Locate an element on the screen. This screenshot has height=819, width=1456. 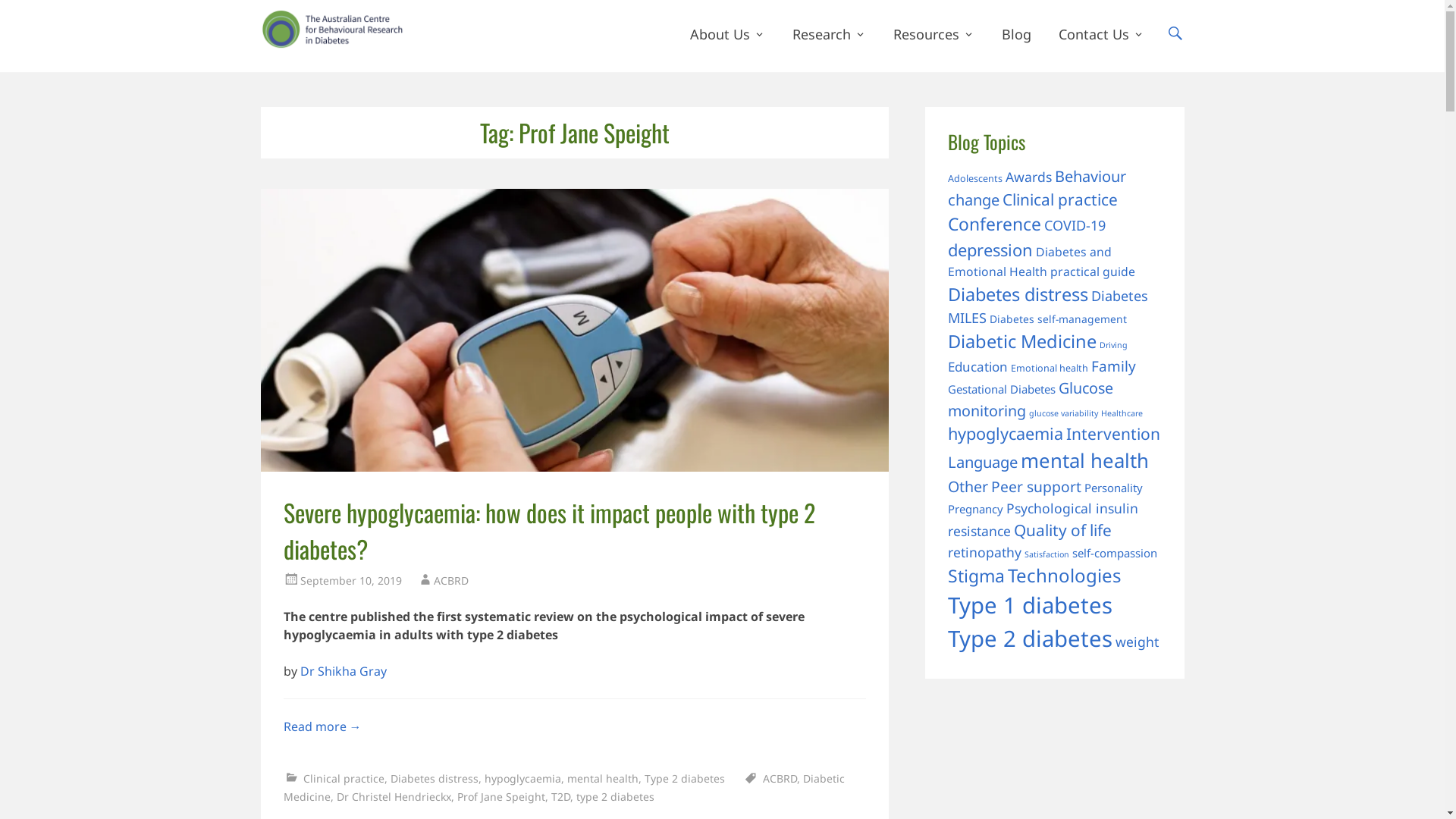
'Contact Us' is located at coordinates (1101, 34).